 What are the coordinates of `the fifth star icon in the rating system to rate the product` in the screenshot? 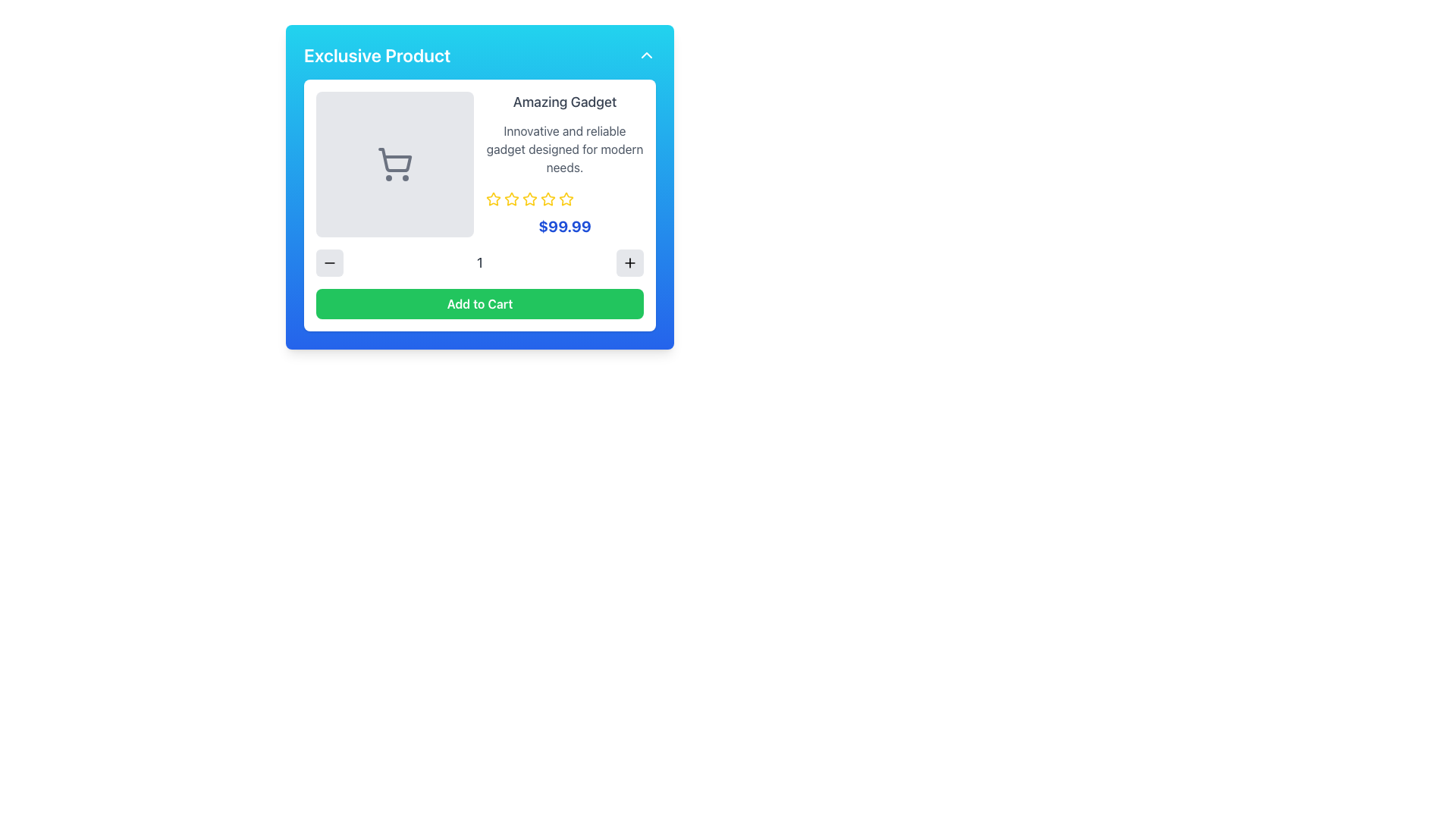 It's located at (530, 198).